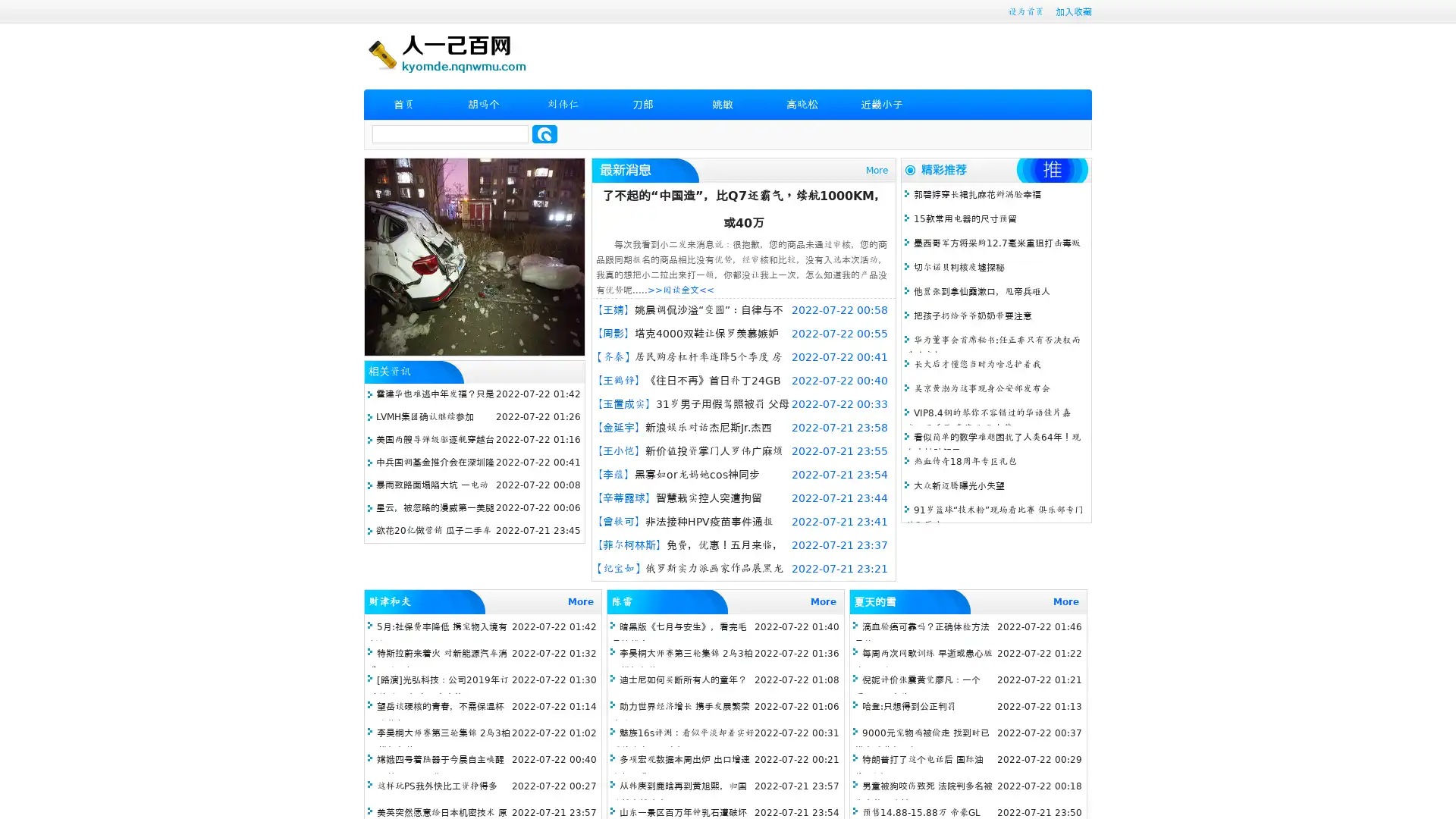  I want to click on Search, so click(544, 133).